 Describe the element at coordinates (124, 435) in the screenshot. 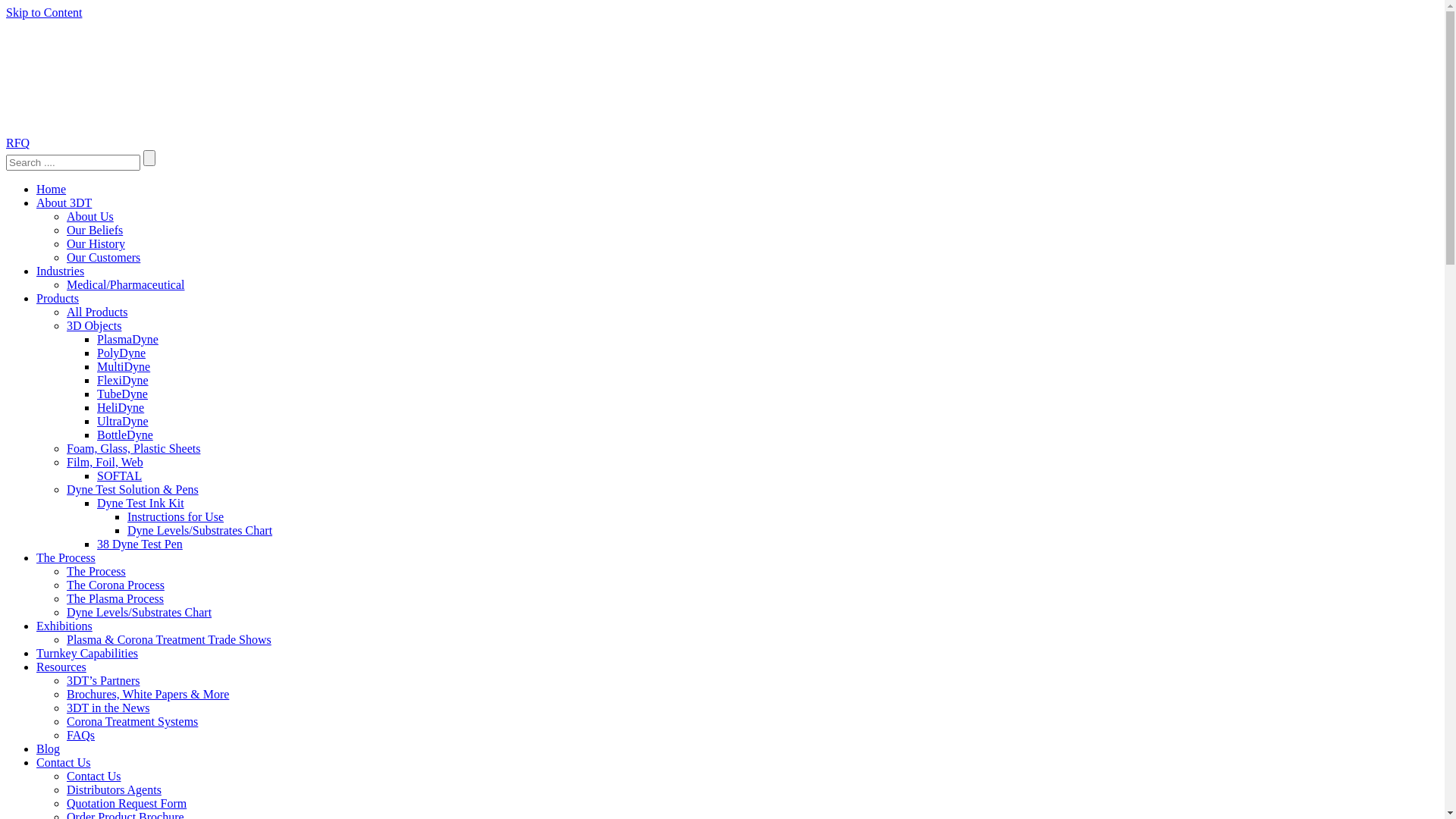

I see `'BottleDyne'` at that location.